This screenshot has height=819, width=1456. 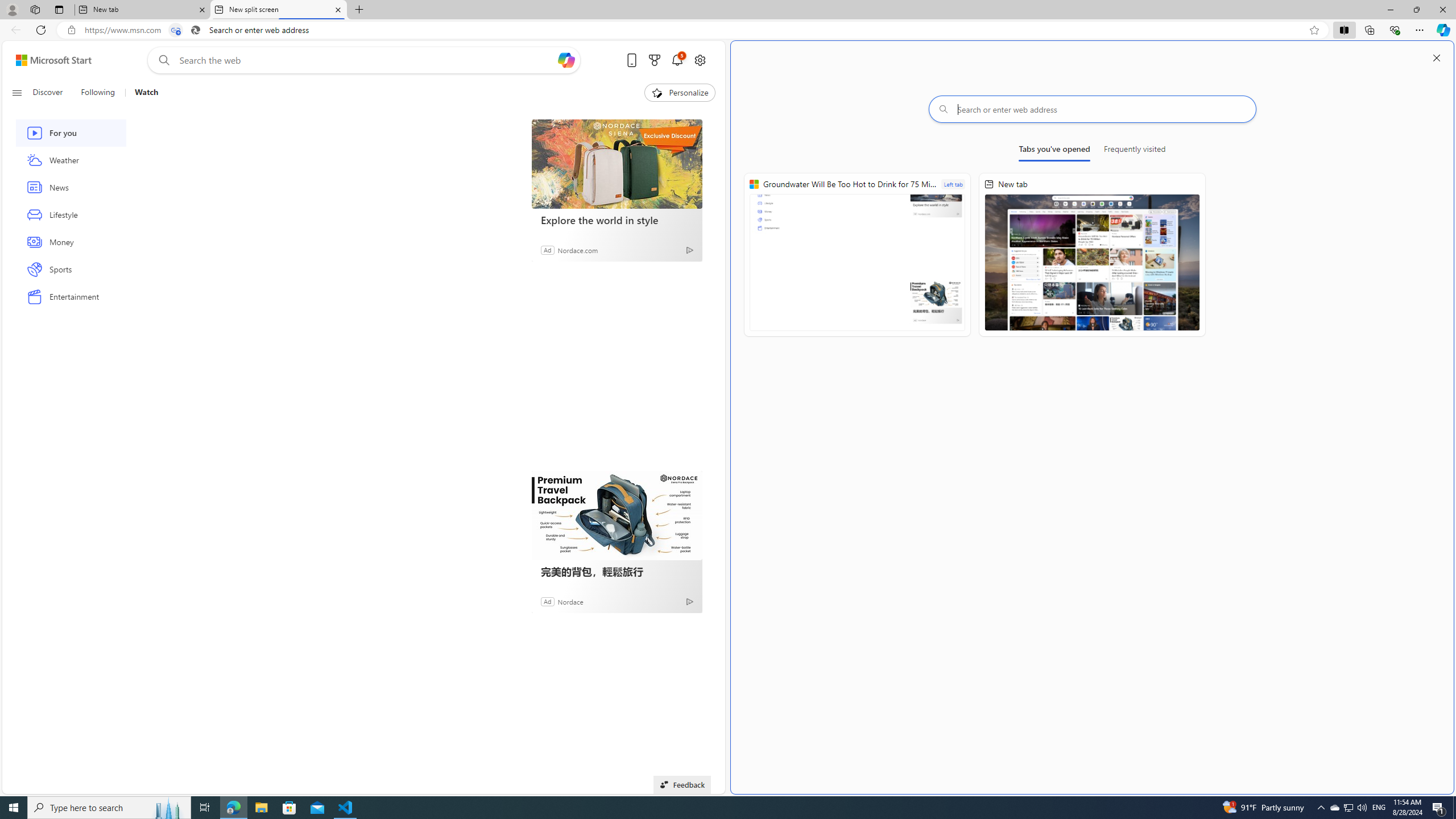 I want to click on 'Enter your search term', so click(x=366, y=59).